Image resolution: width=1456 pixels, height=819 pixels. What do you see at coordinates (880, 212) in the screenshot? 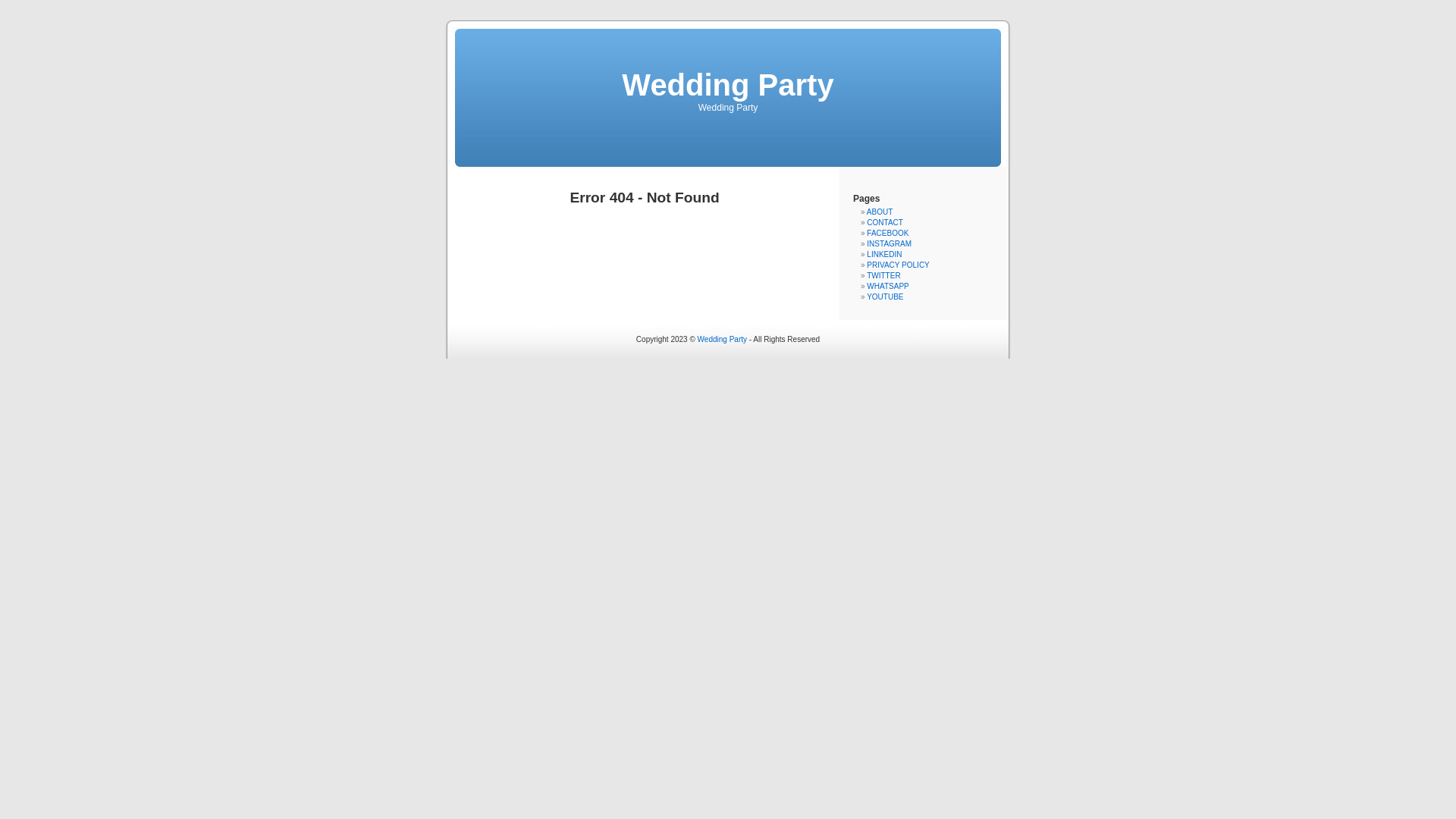
I see `'ABOUT'` at bounding box center [880, 212].